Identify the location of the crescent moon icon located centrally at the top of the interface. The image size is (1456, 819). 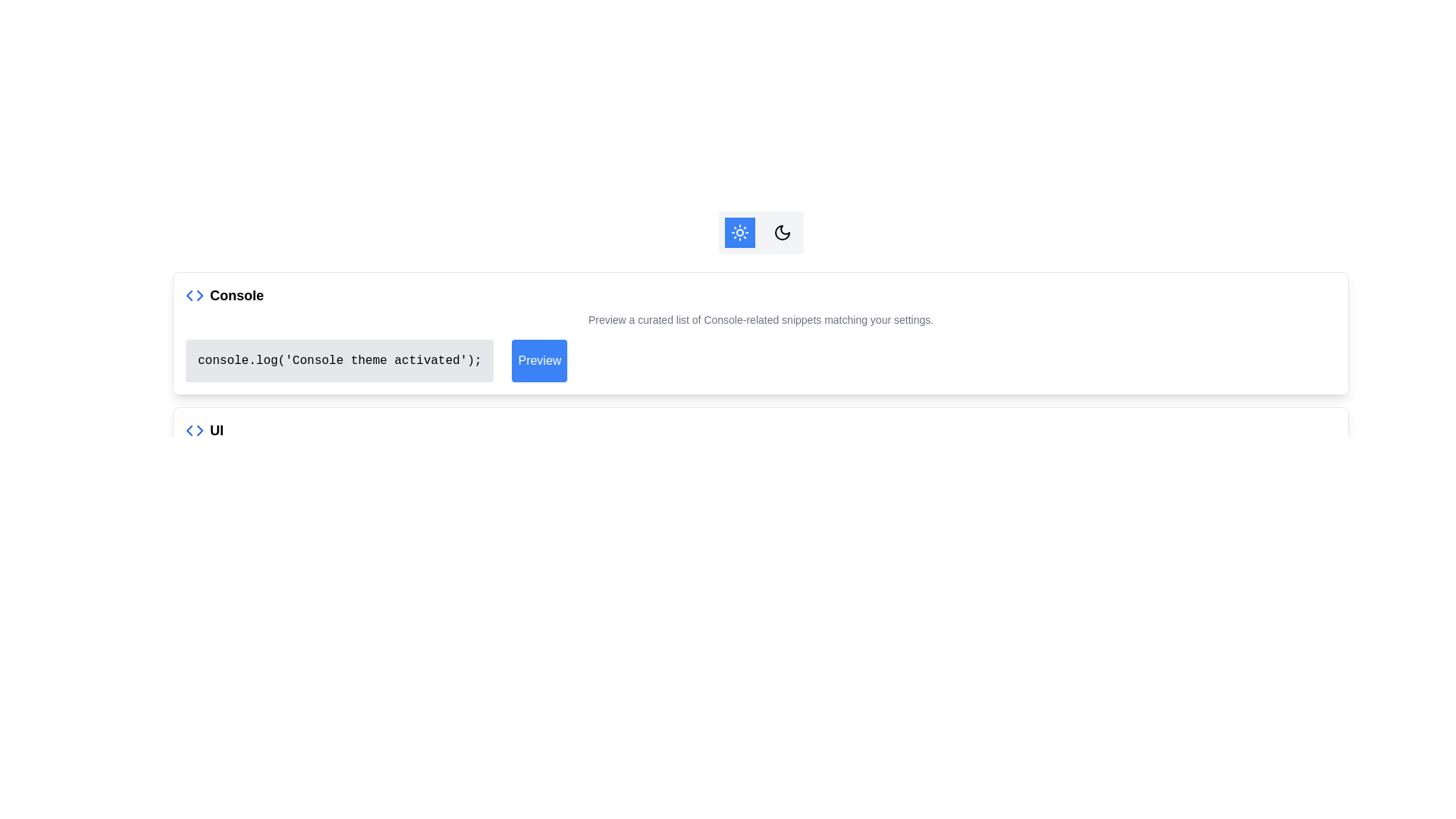
(782, 233).